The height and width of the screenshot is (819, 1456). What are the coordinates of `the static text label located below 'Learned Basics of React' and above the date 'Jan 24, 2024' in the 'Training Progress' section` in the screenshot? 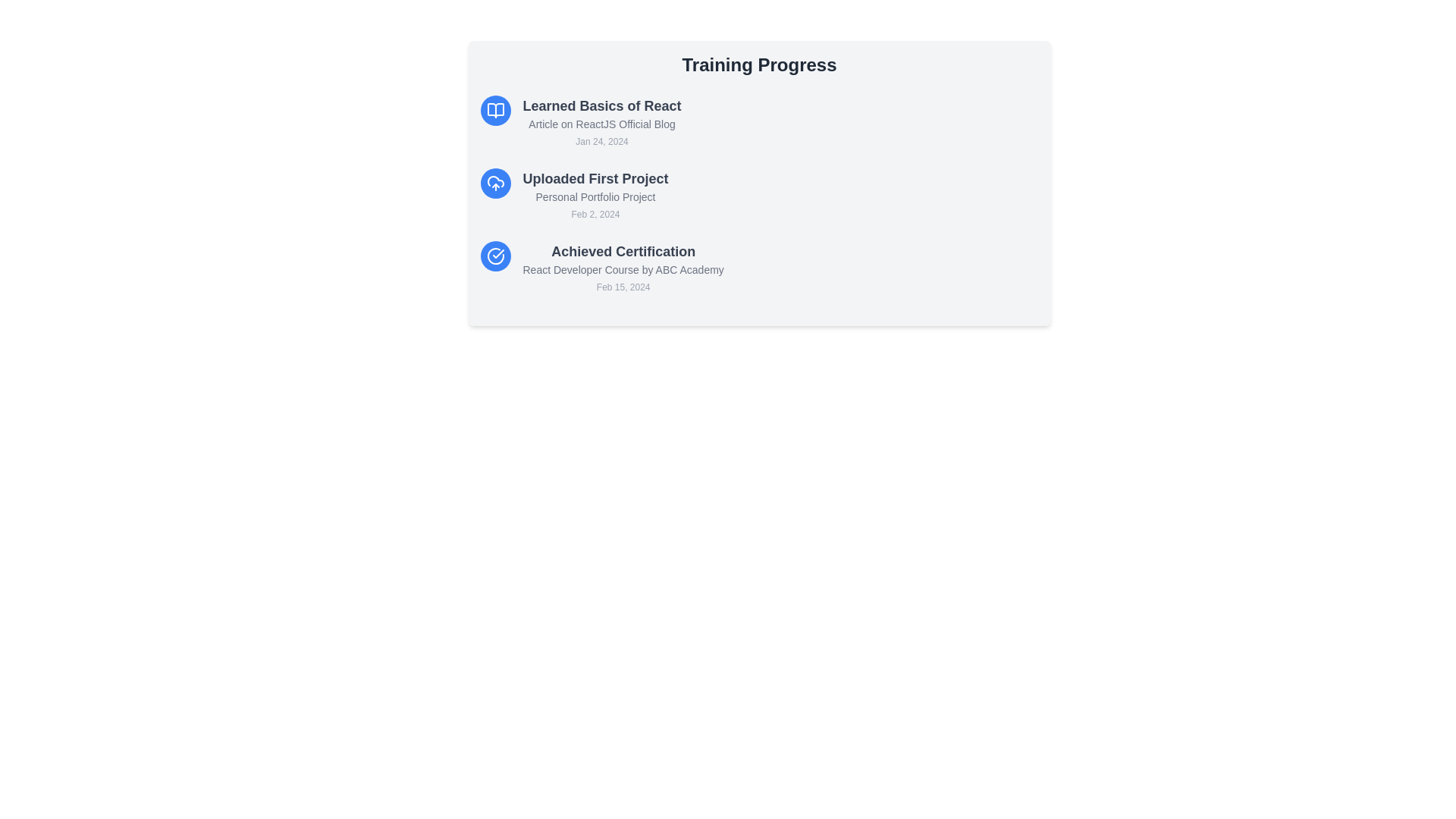 It's located at (601, 124).